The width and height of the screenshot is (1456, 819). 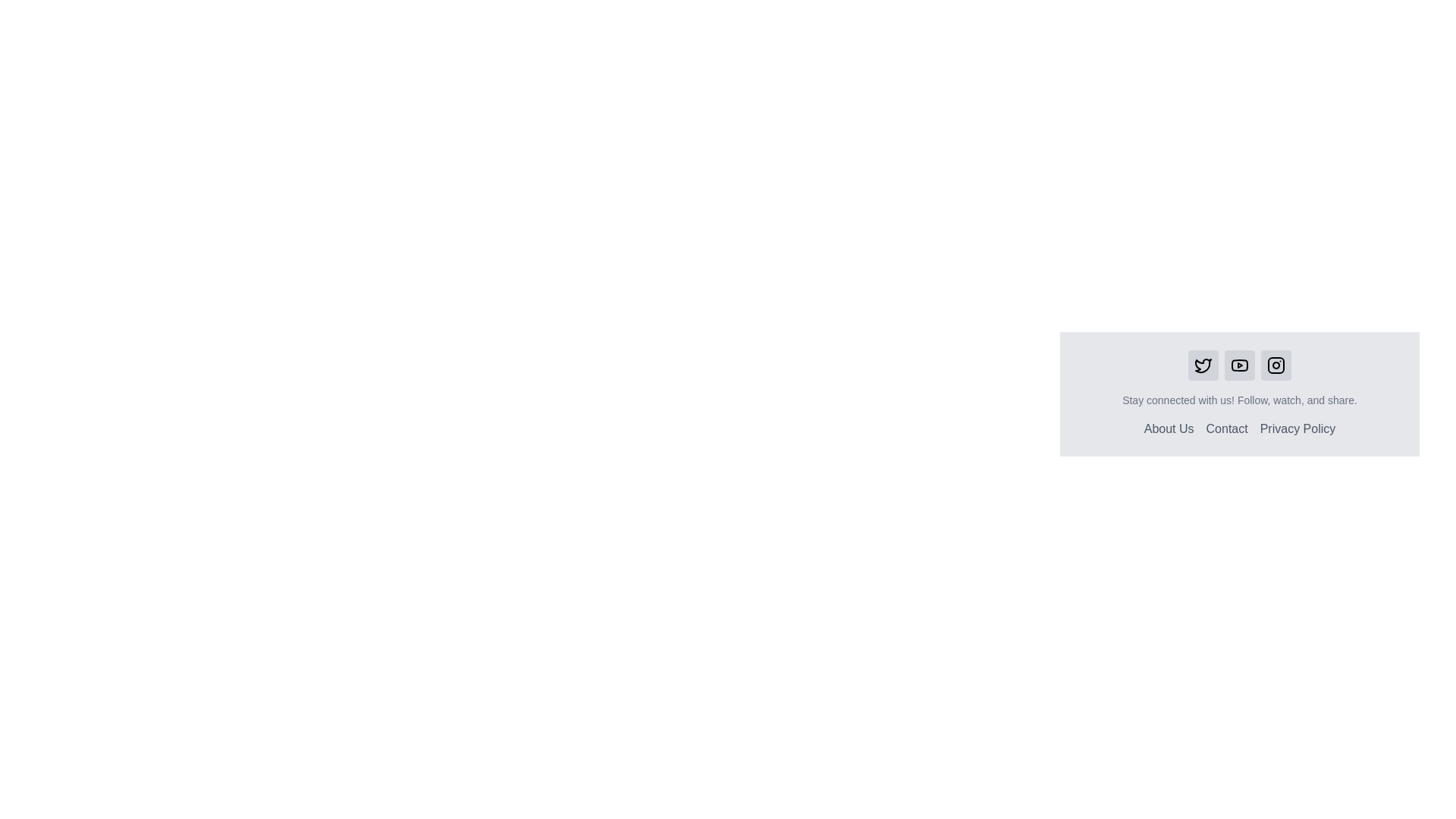 I want to click on the Twitter icon, so click(x=1203, y=366).